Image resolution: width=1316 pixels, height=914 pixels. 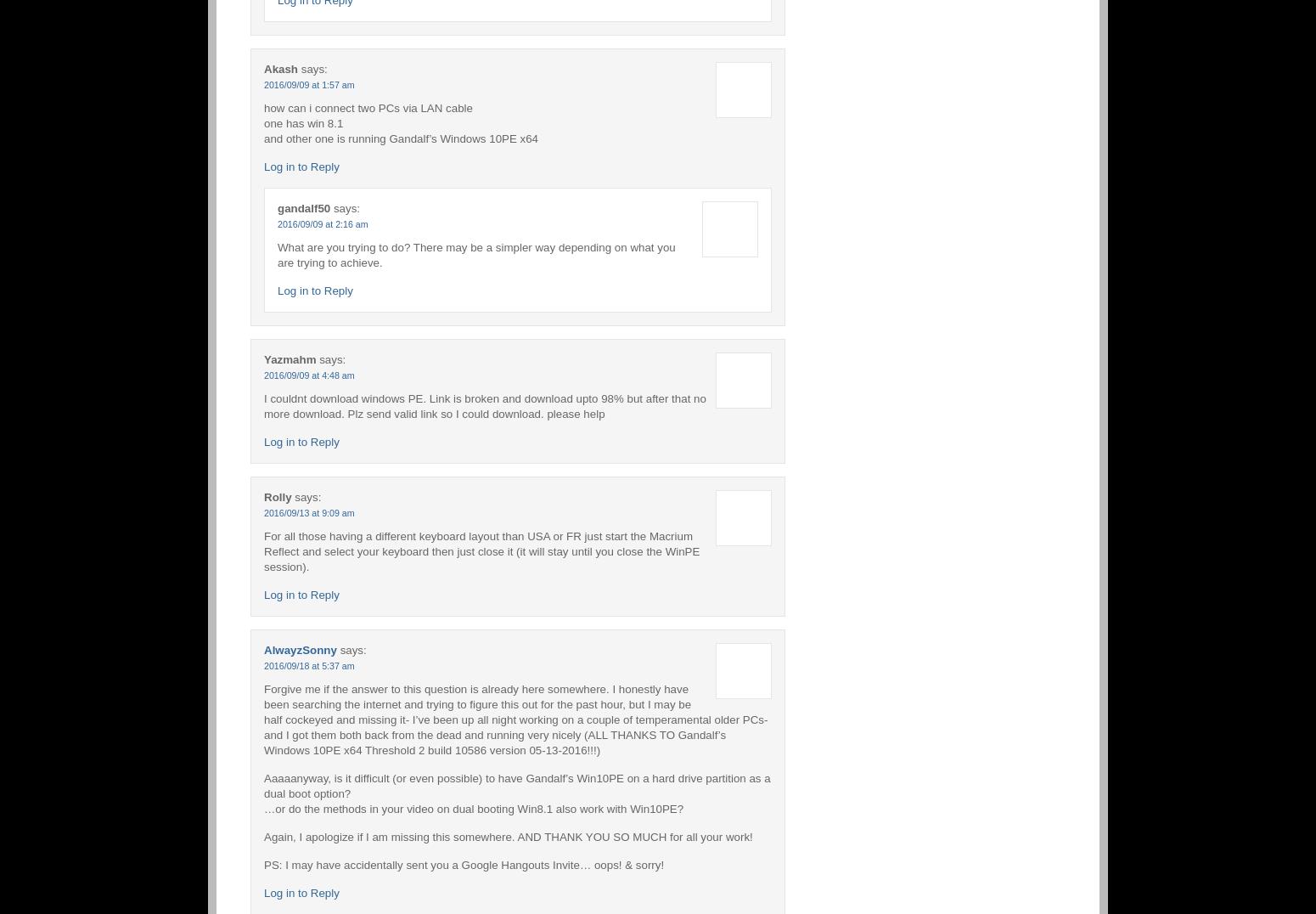 What do you see at coordinates (263, 784) in the screenshot?
I see `'Aaaaanyway, is it difficult (or even possible) to have Gandalf’s Win10PE on a hard drive partition as a dual boot option?'` at bounding box center [263, 784].